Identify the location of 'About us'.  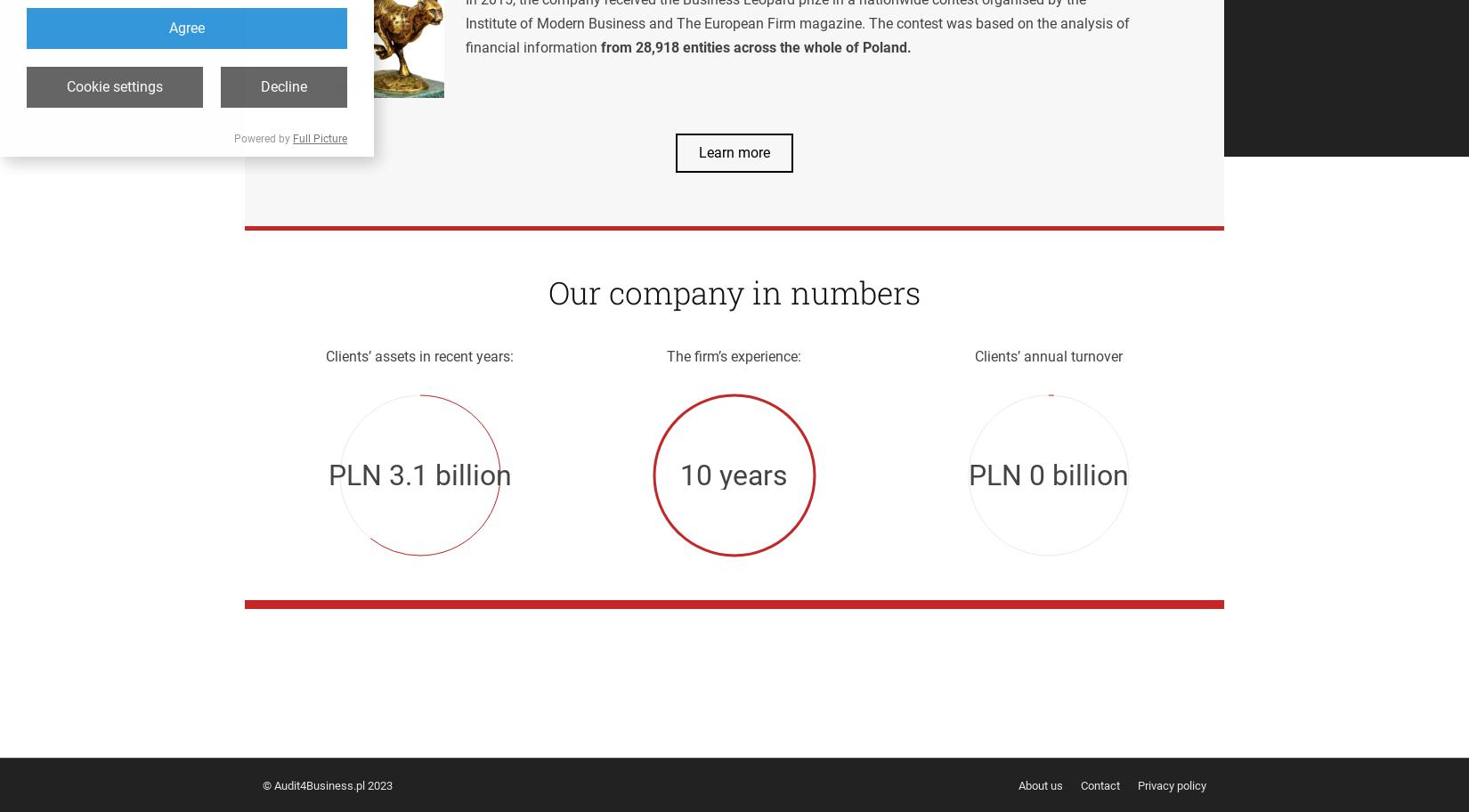
(1041, 784).